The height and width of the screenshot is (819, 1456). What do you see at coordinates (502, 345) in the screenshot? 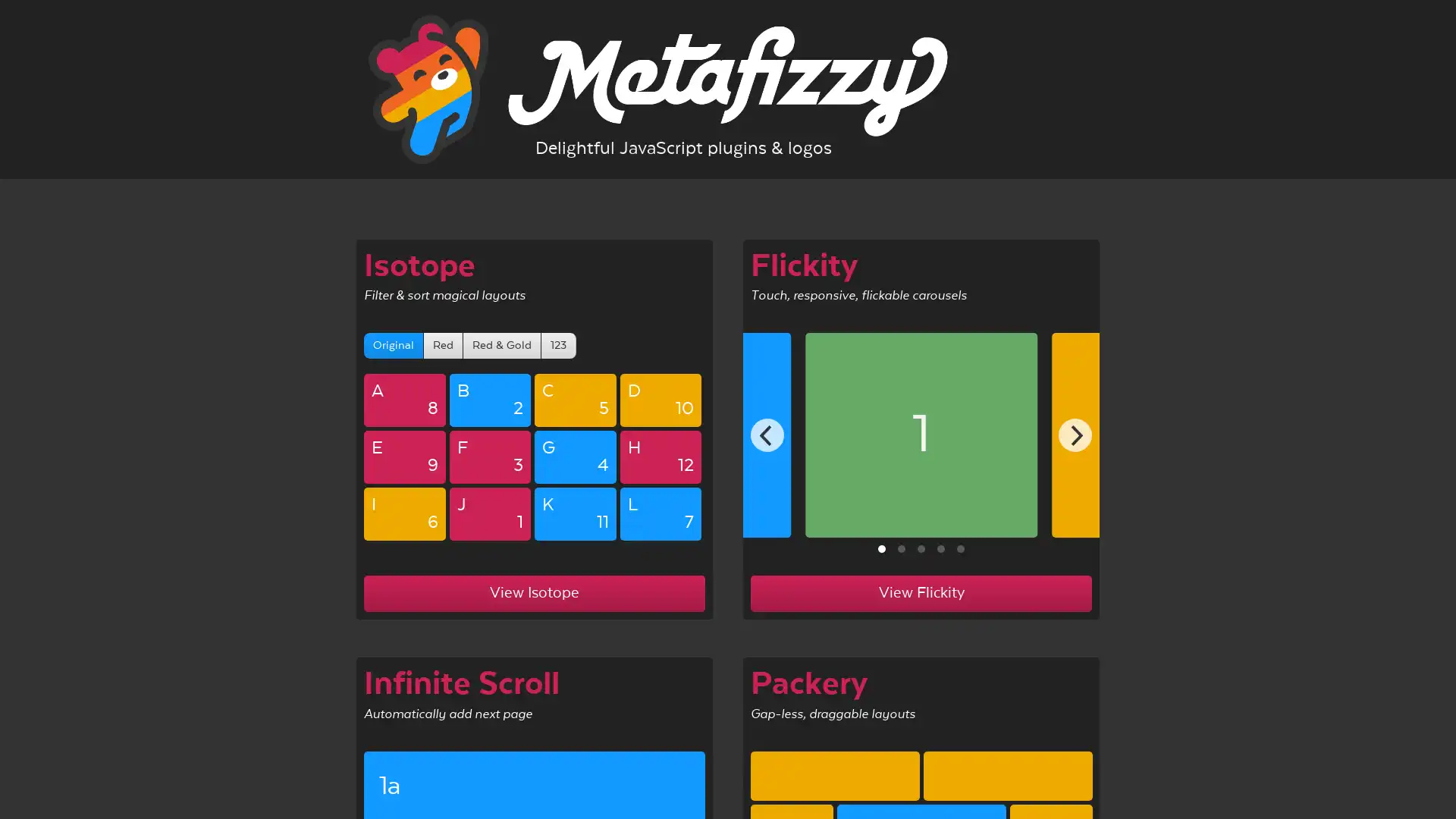
I see `Red & Gold` at bounding box center [502, 345].